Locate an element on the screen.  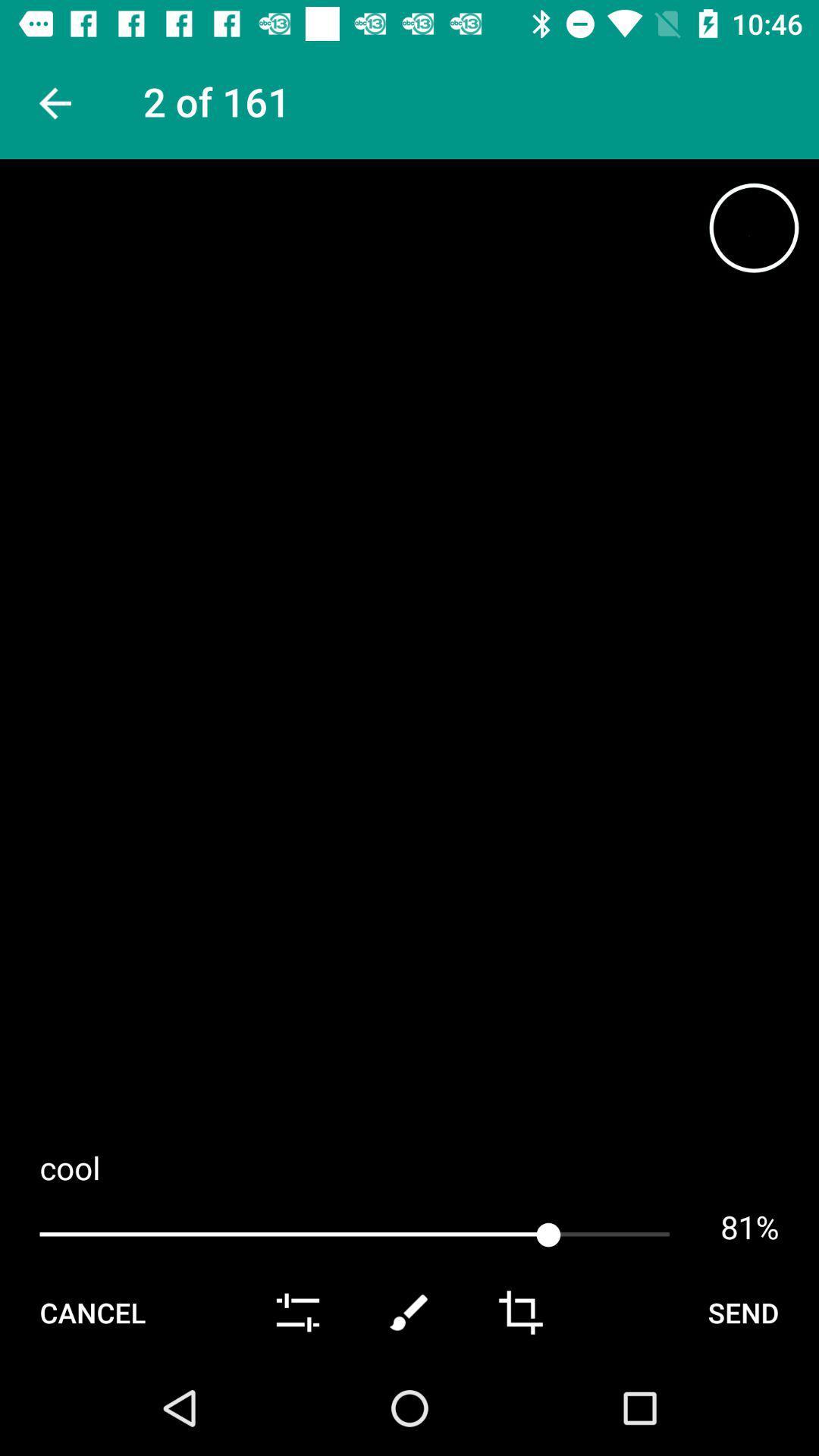
item to the right of the cancel icon is located at coordinates (298, 1312).